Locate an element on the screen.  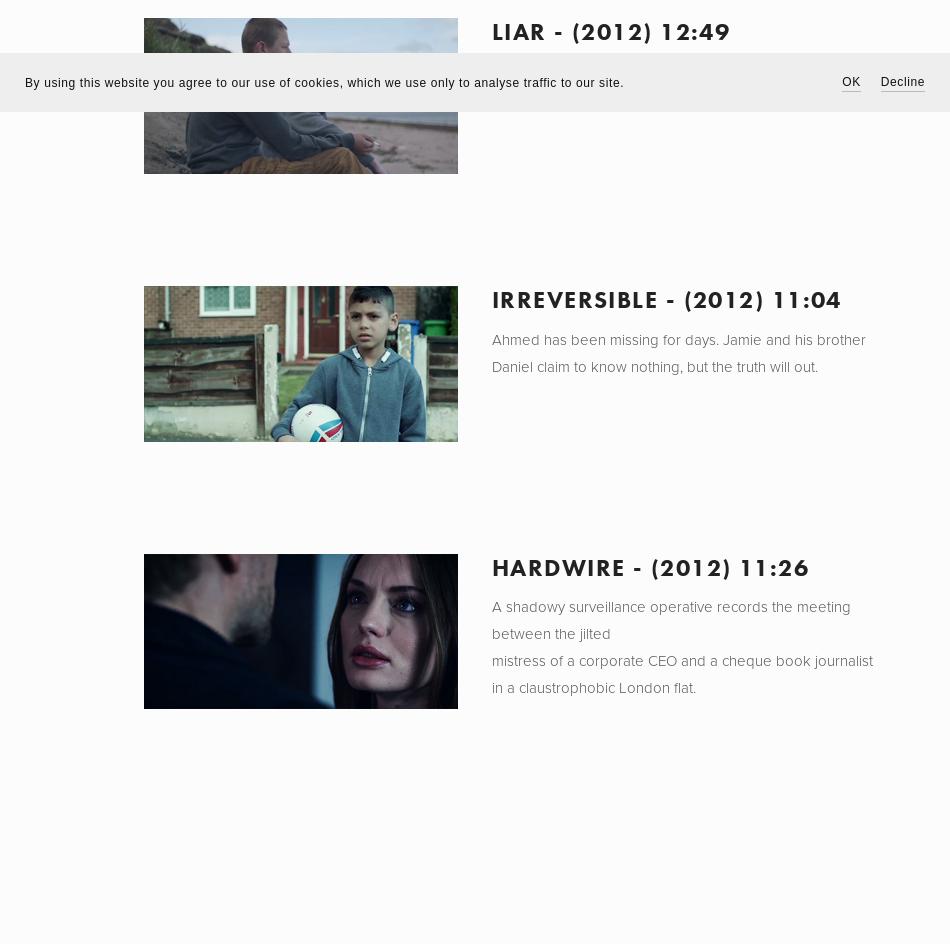
'Hardwire - (2012) 11:26' is located at coordinates (490, 565).